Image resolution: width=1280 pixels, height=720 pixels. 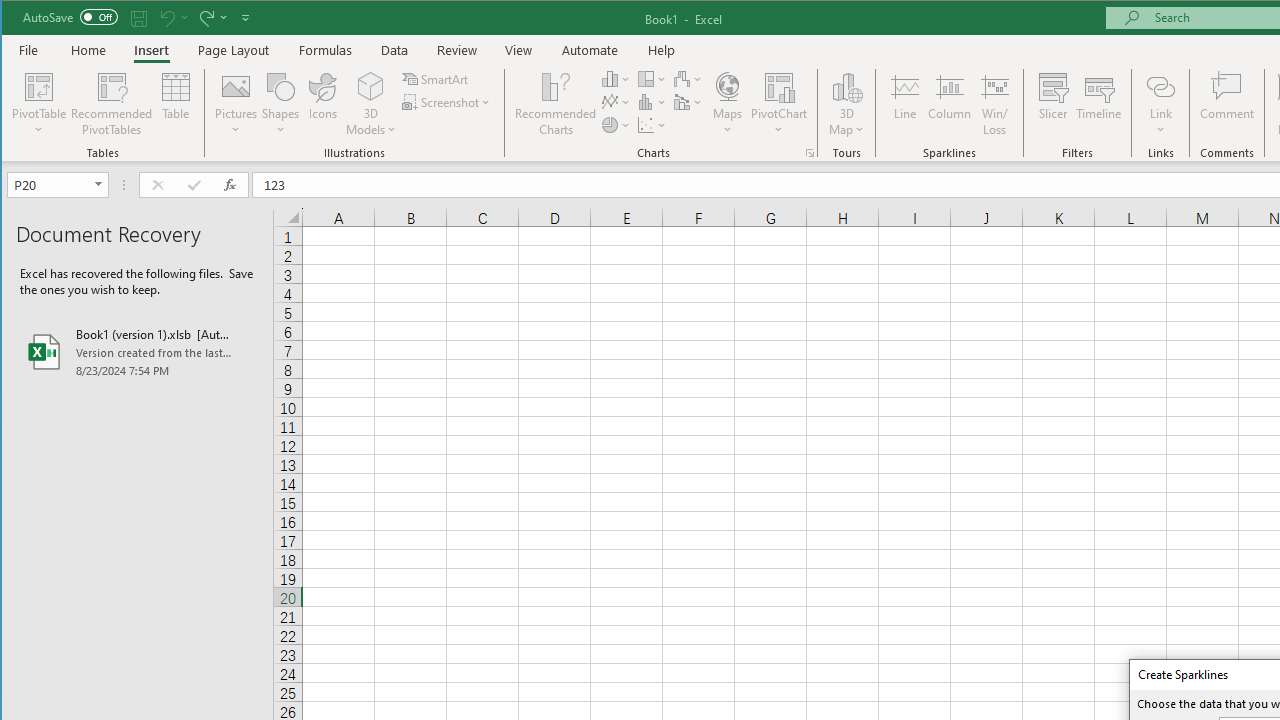 What do you see at coordinates (778, 85) in the screenshot?
I see `'PivotChart'` at bounding box center [778, 85].